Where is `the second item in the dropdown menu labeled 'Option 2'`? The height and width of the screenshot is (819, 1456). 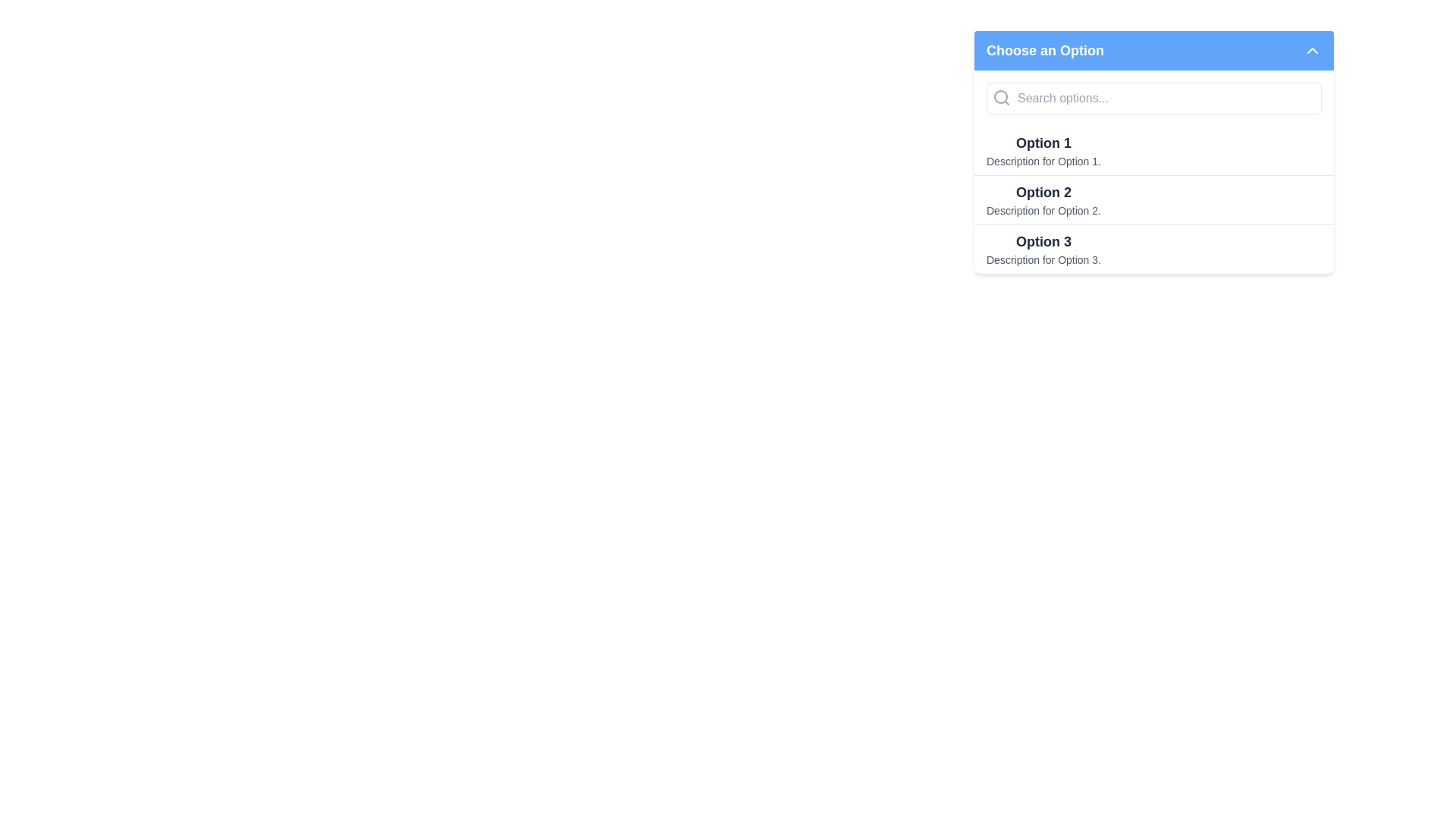
the second item in the dropdown menu labeled 'Option 2' is located at coordinates (1153, 199).